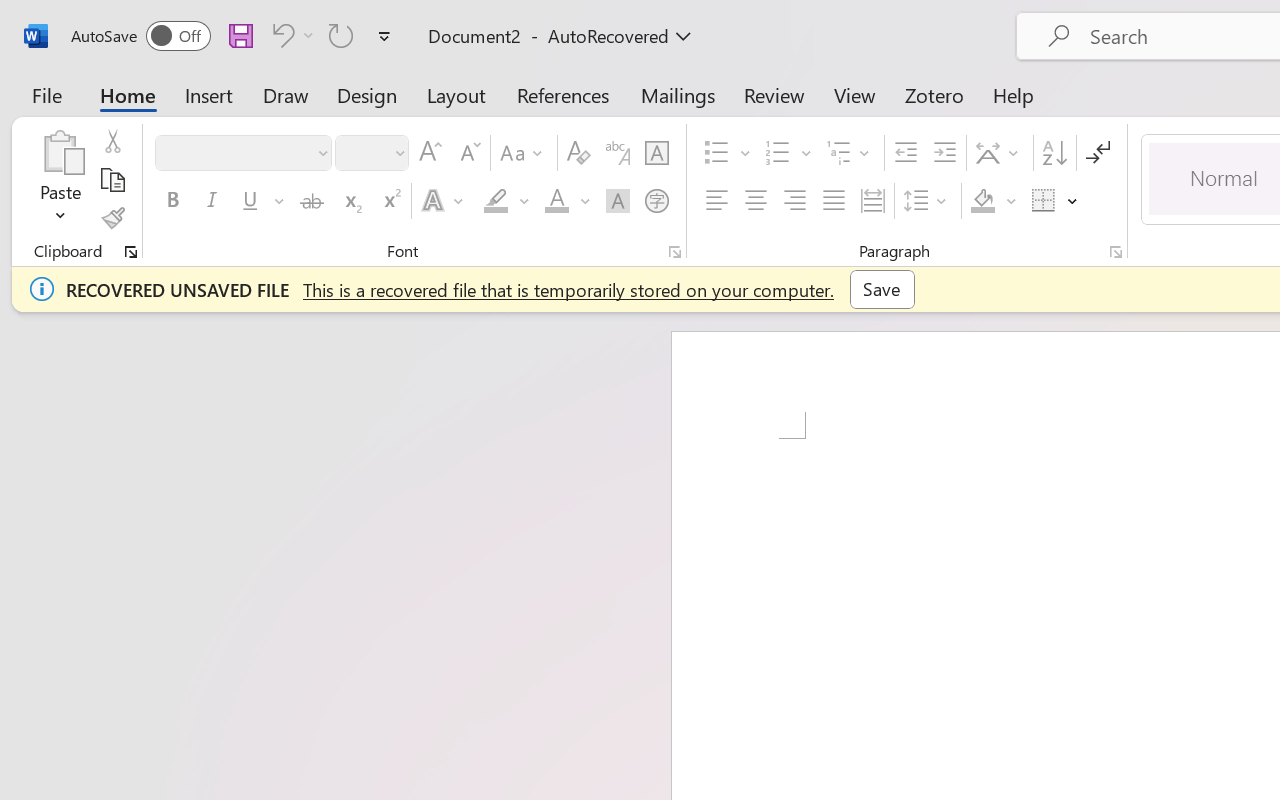 This screenshot has width=1280, height=800. What do you see at coordinates (716, 201) in the screenshot?
I see `'Align Left'` at bounding box center [716, 201].